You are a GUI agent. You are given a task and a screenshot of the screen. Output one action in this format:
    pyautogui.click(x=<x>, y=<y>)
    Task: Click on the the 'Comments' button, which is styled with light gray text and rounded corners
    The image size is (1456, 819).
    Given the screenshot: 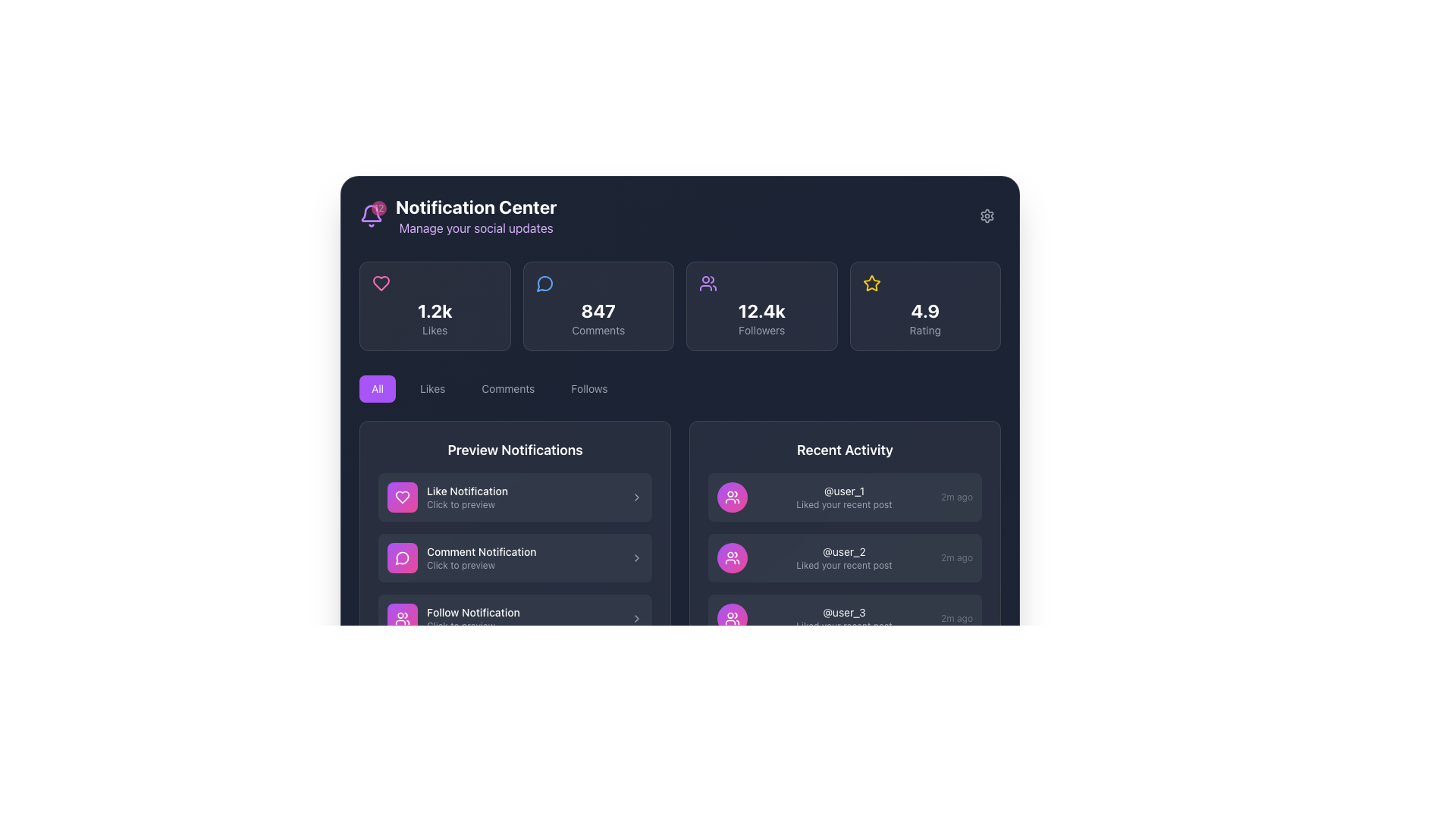 What is the action you would take?
    pyautogui.click(x=508, y=388)
    